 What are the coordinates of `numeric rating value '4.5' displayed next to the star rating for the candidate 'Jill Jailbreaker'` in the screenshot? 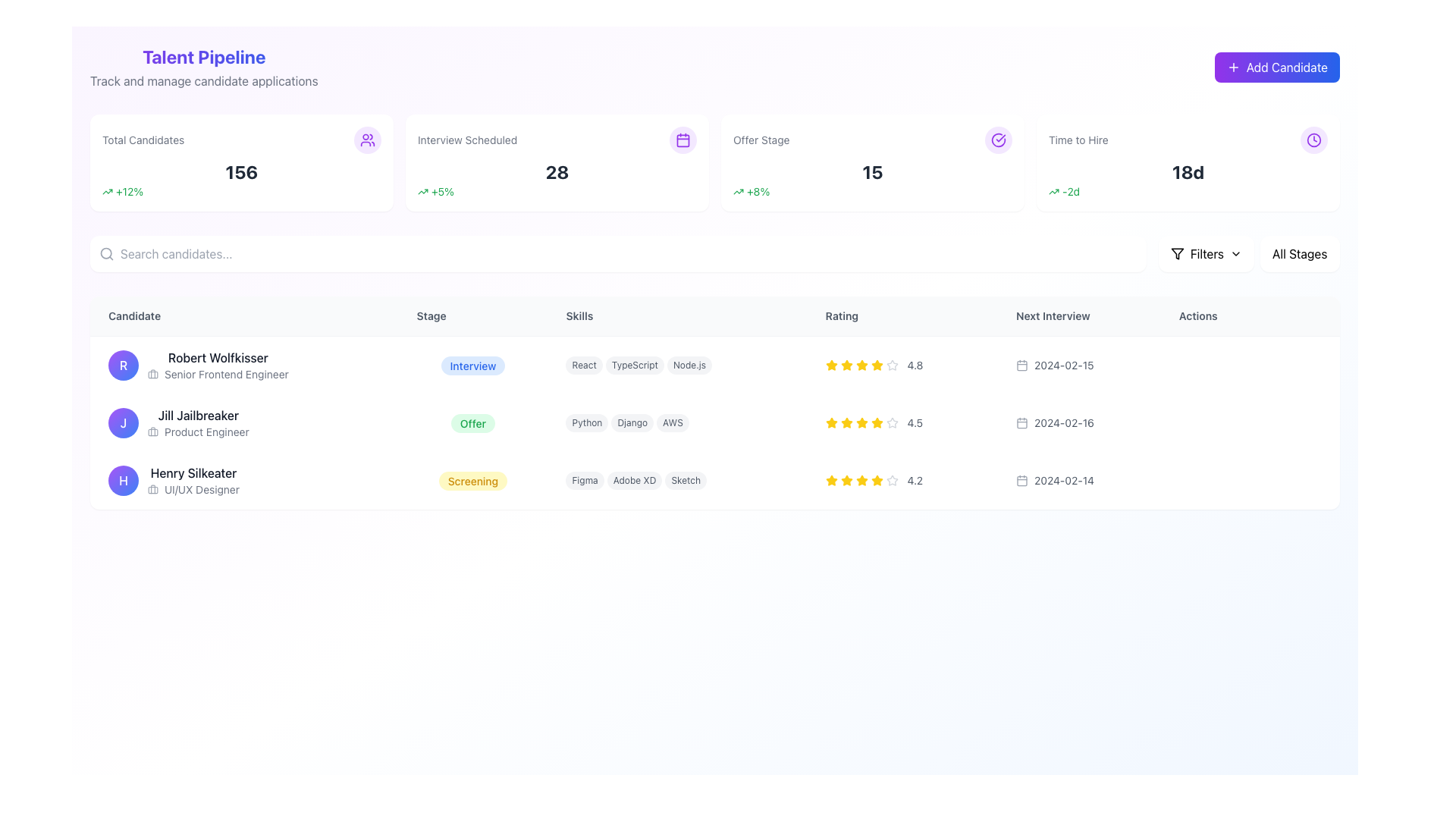 It's located at (902, 423).